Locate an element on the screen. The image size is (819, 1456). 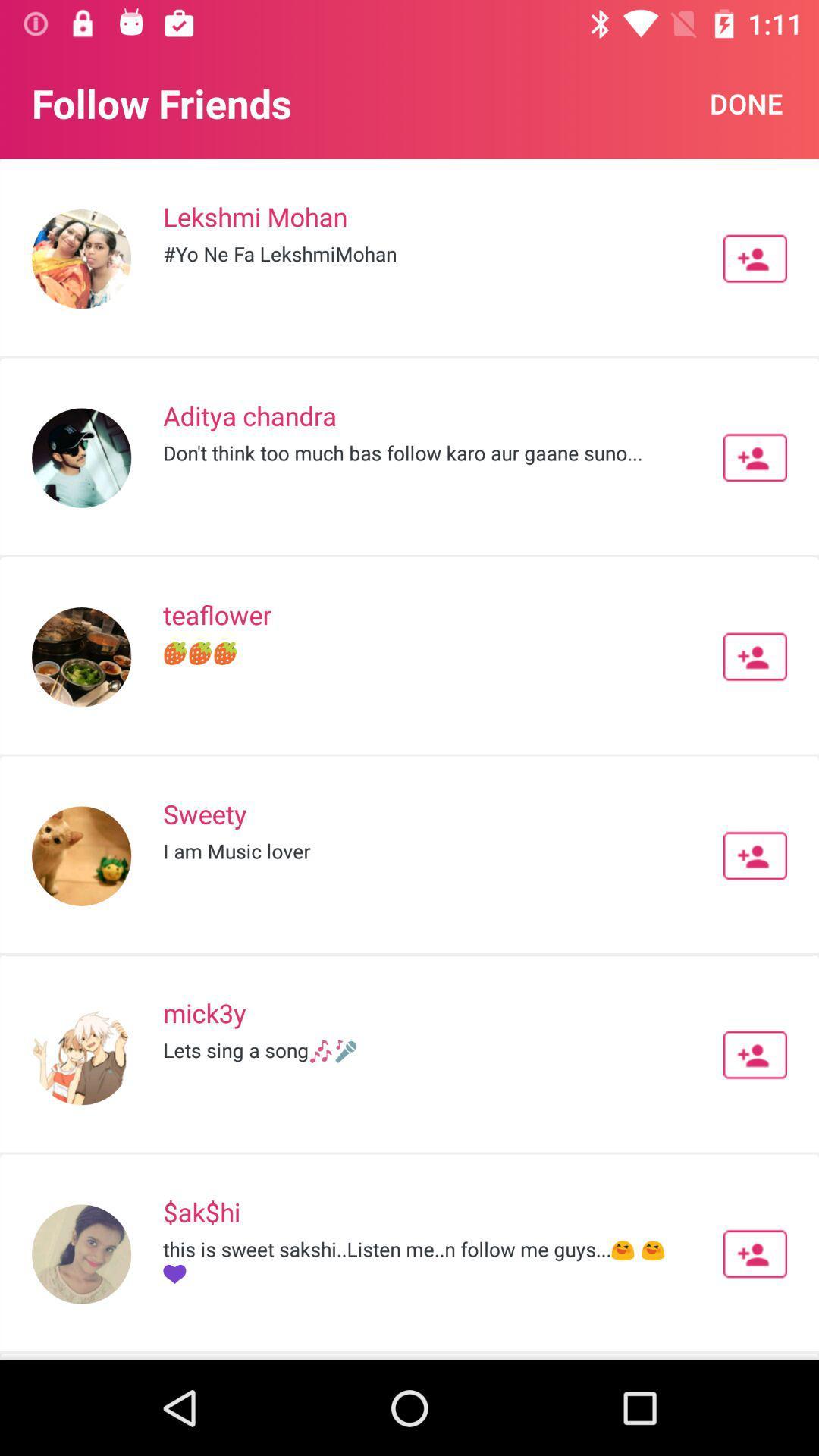
follow this friend is located at coordinates (755, 259).